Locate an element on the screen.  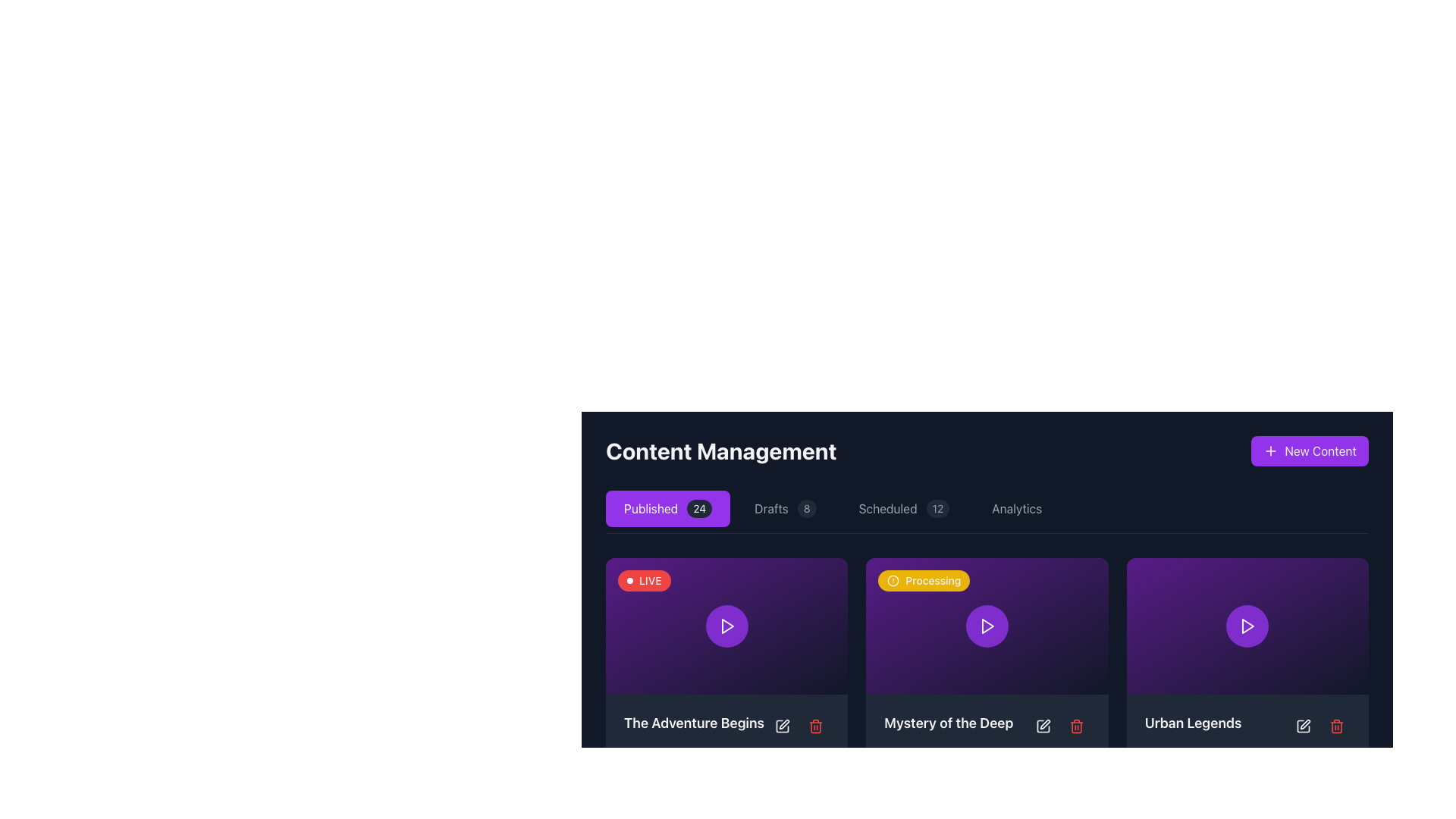
the action buttons in the bottom-right corner of the Urban Legends card is located at coordinates (1319, 724).